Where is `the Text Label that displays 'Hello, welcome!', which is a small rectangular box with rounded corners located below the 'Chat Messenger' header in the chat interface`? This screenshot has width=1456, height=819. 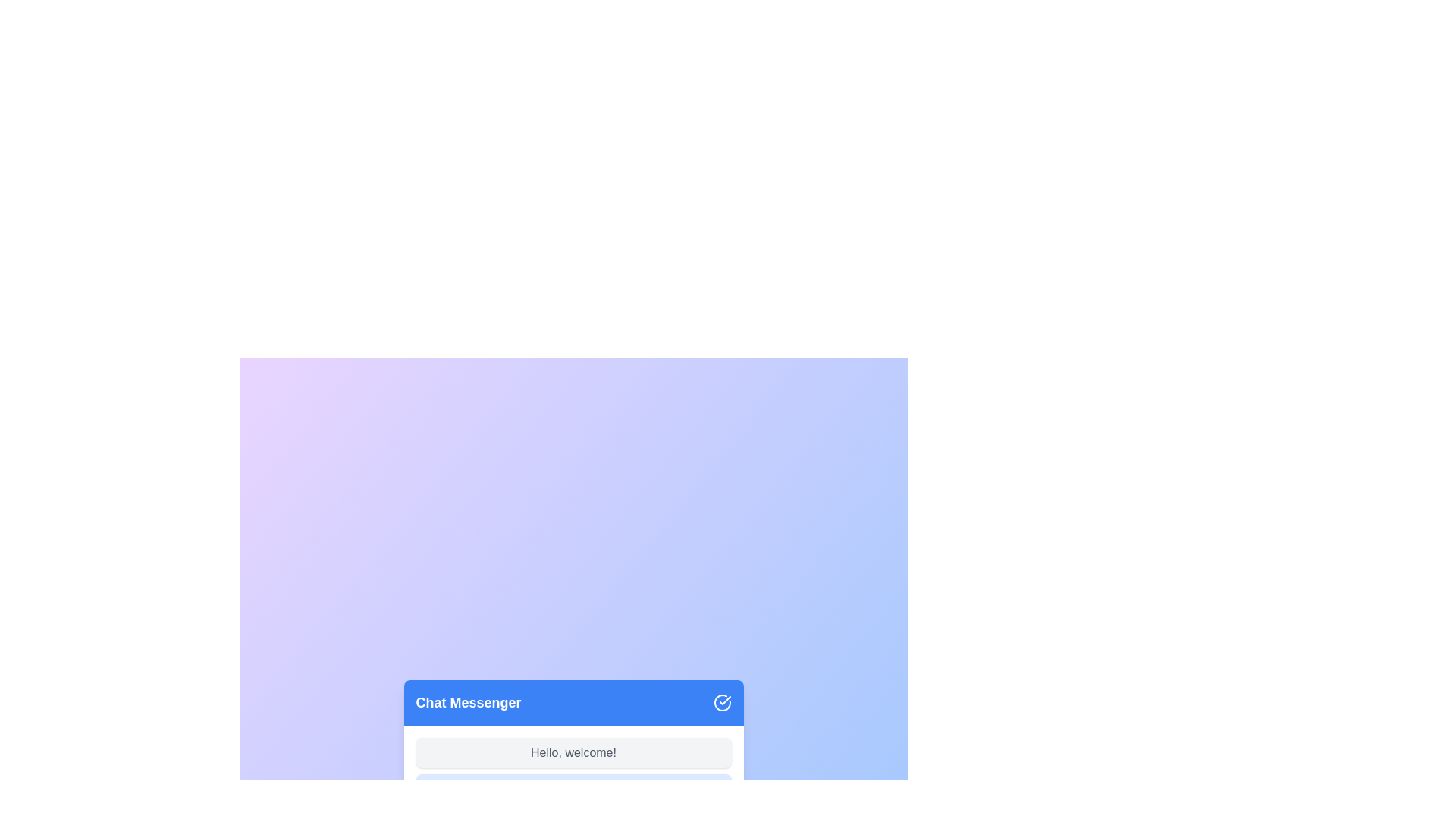 the Text Label that displays 'Hello, welcome!', which is a small rectangular box with rounded corners located below the 'Chat Messenger' header in the chat interface is located at coordinates (573, 752).